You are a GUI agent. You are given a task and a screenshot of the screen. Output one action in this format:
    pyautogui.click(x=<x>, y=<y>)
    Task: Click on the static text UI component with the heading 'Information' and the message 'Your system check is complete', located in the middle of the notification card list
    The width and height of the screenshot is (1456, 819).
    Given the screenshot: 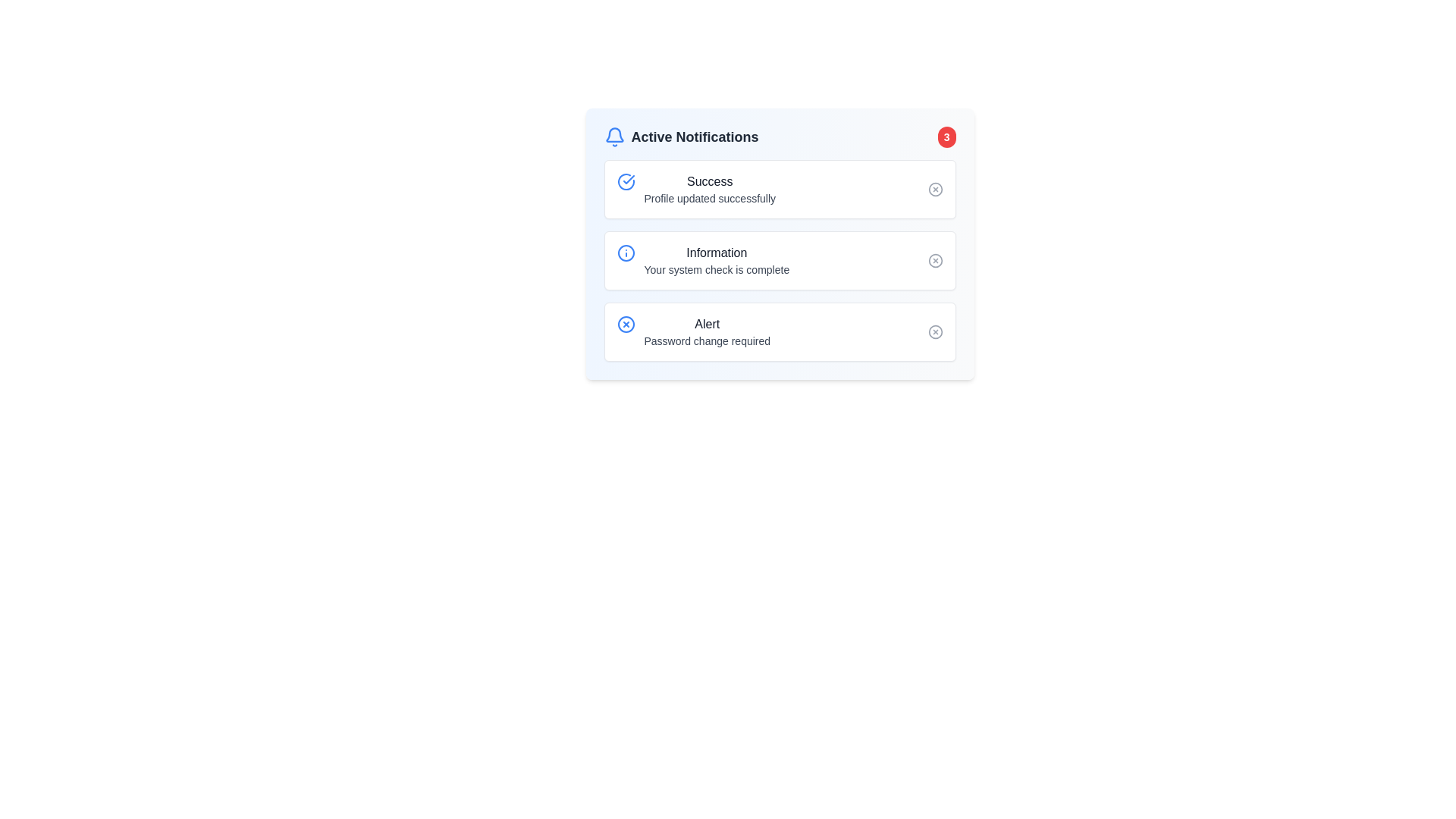 What is the action you would take?
    pyautogui.click(x=716, y=259)
    